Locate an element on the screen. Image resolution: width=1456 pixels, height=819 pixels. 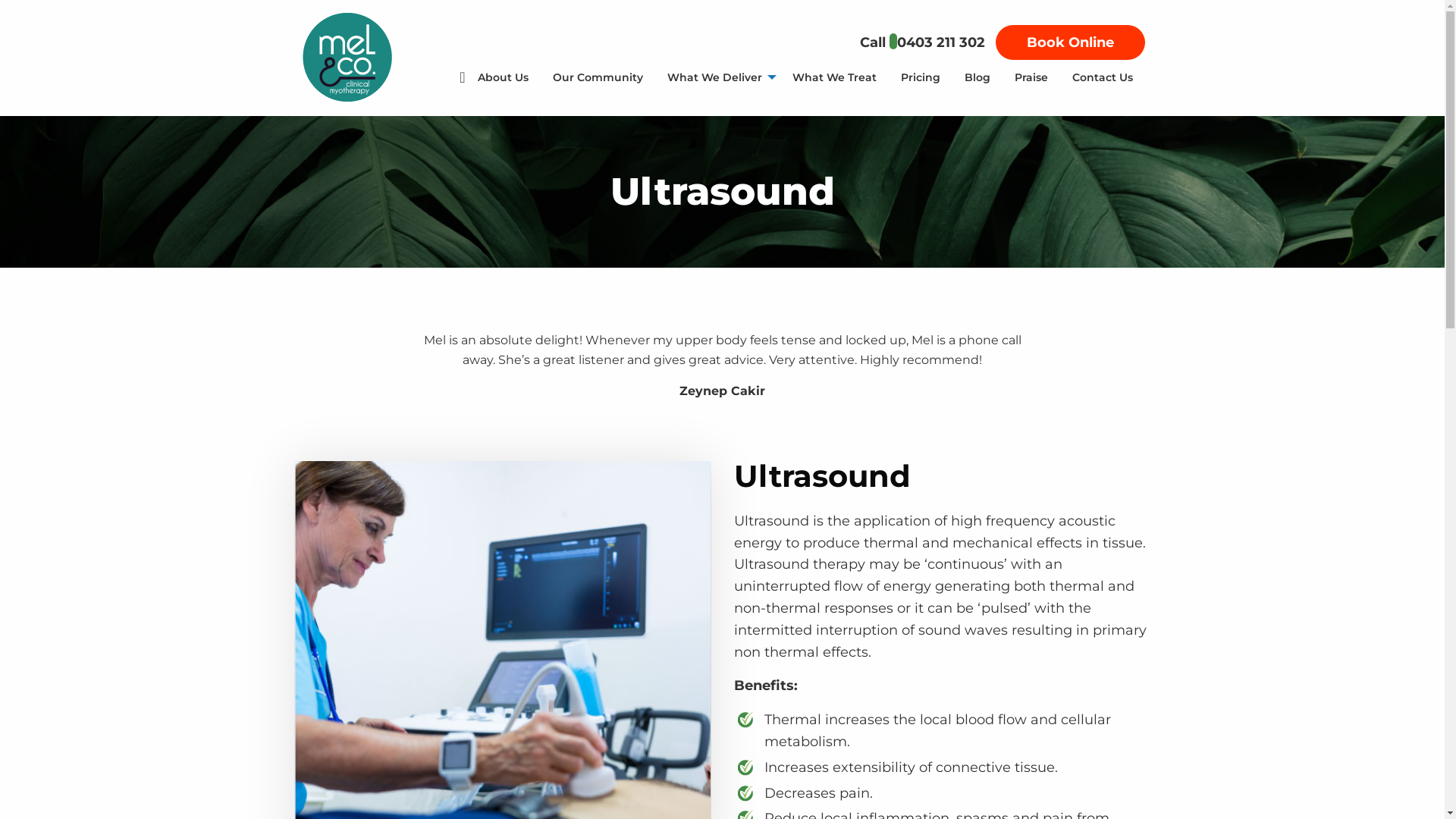
'0403 211 302' is located at coordinates (939, 42).